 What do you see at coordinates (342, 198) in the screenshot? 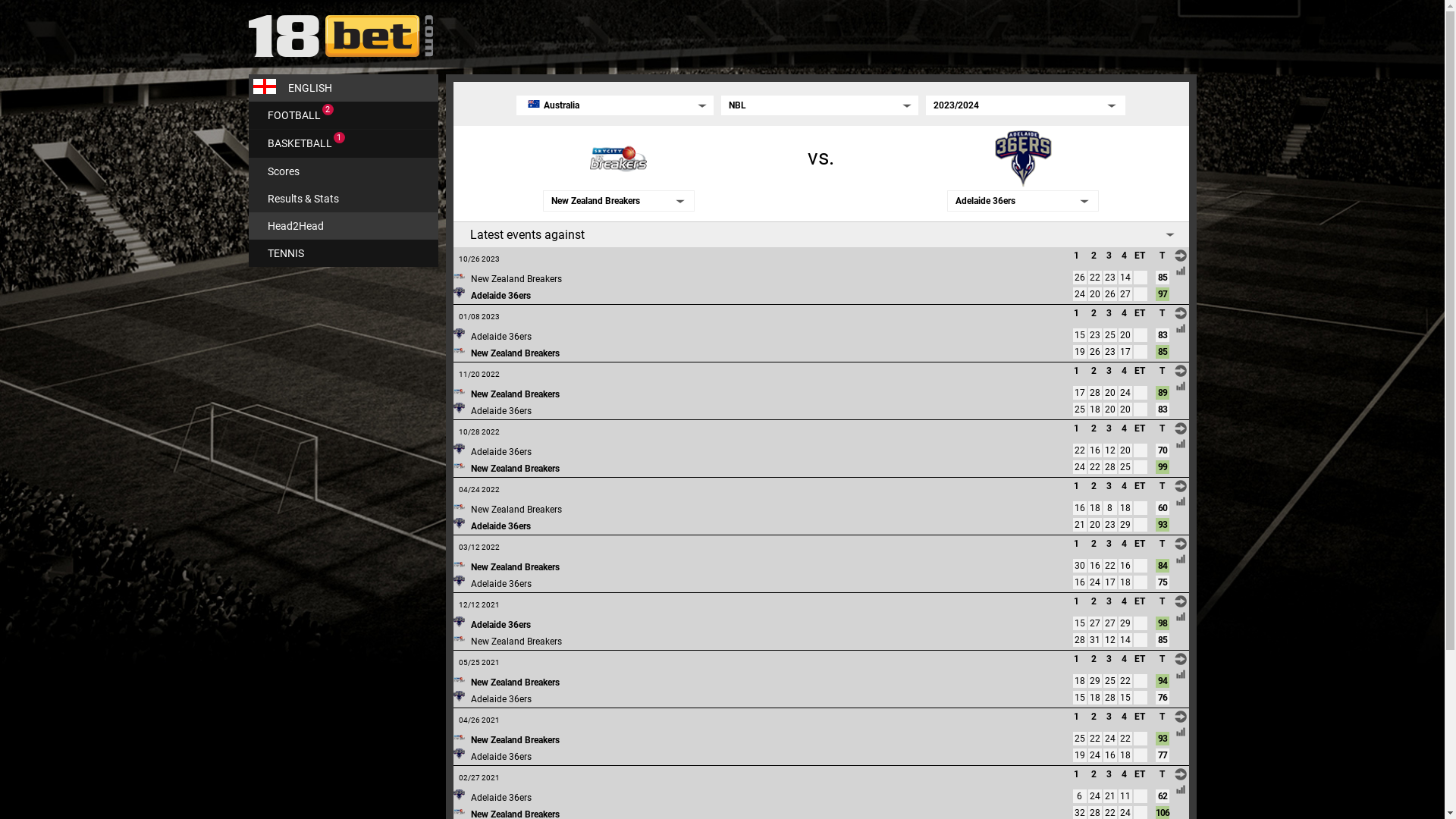
I see `'Results & Stats'` at bounding box center [342, 198].